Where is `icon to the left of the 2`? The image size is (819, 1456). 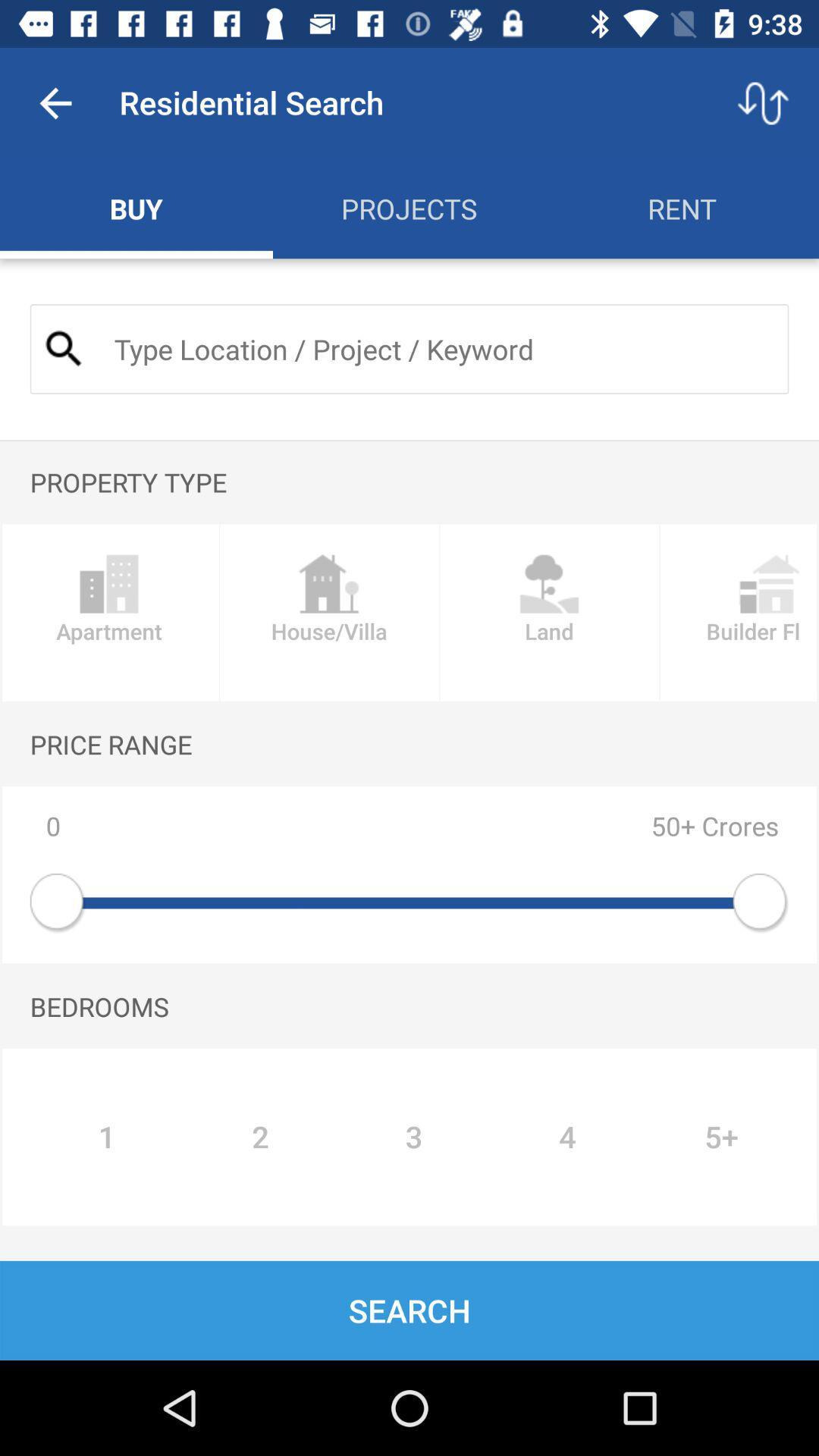 icon to the left of the 2 is located at coordinates (106, 1137).